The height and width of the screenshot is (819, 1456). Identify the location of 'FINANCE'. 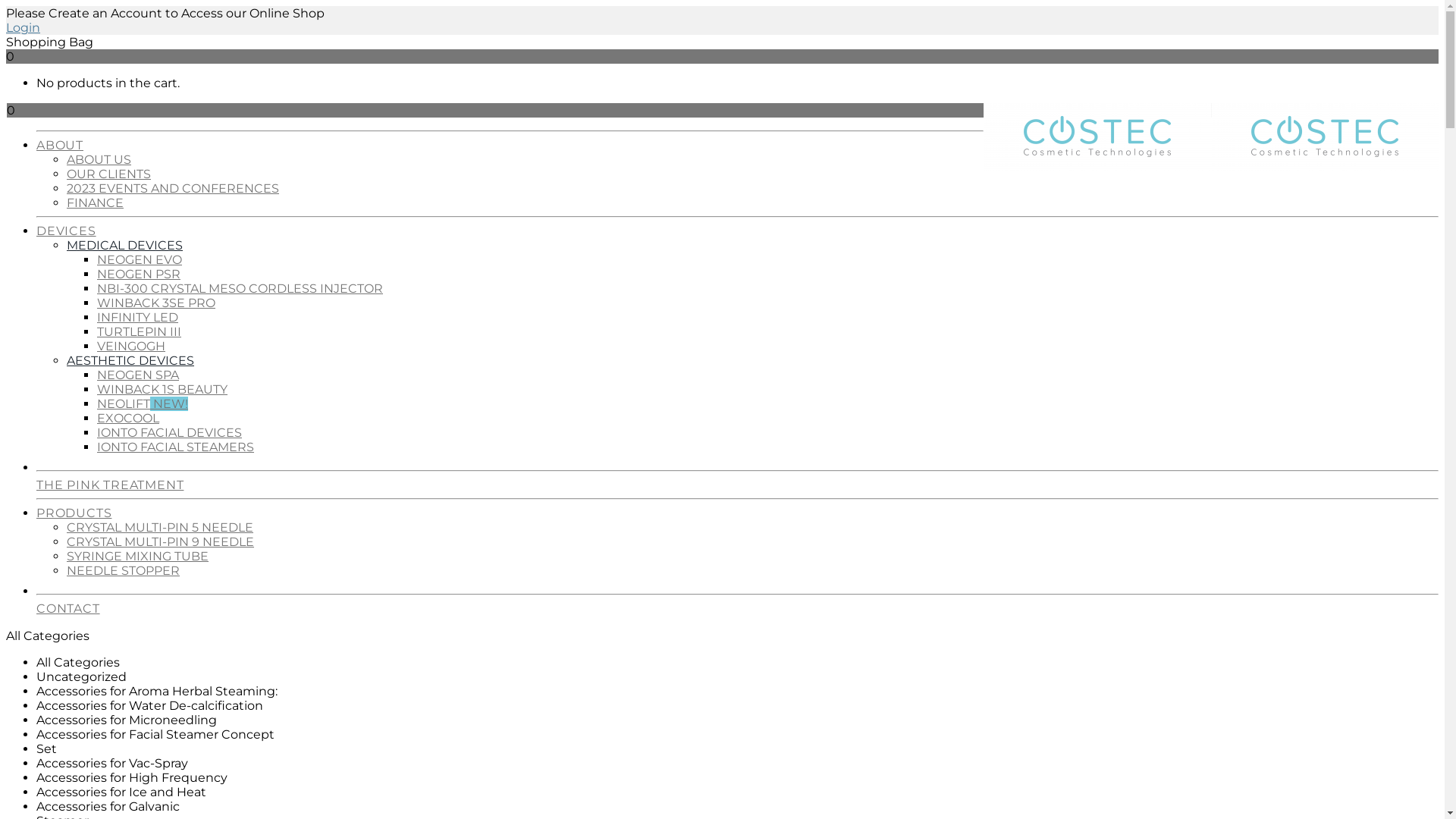
(94, 202).